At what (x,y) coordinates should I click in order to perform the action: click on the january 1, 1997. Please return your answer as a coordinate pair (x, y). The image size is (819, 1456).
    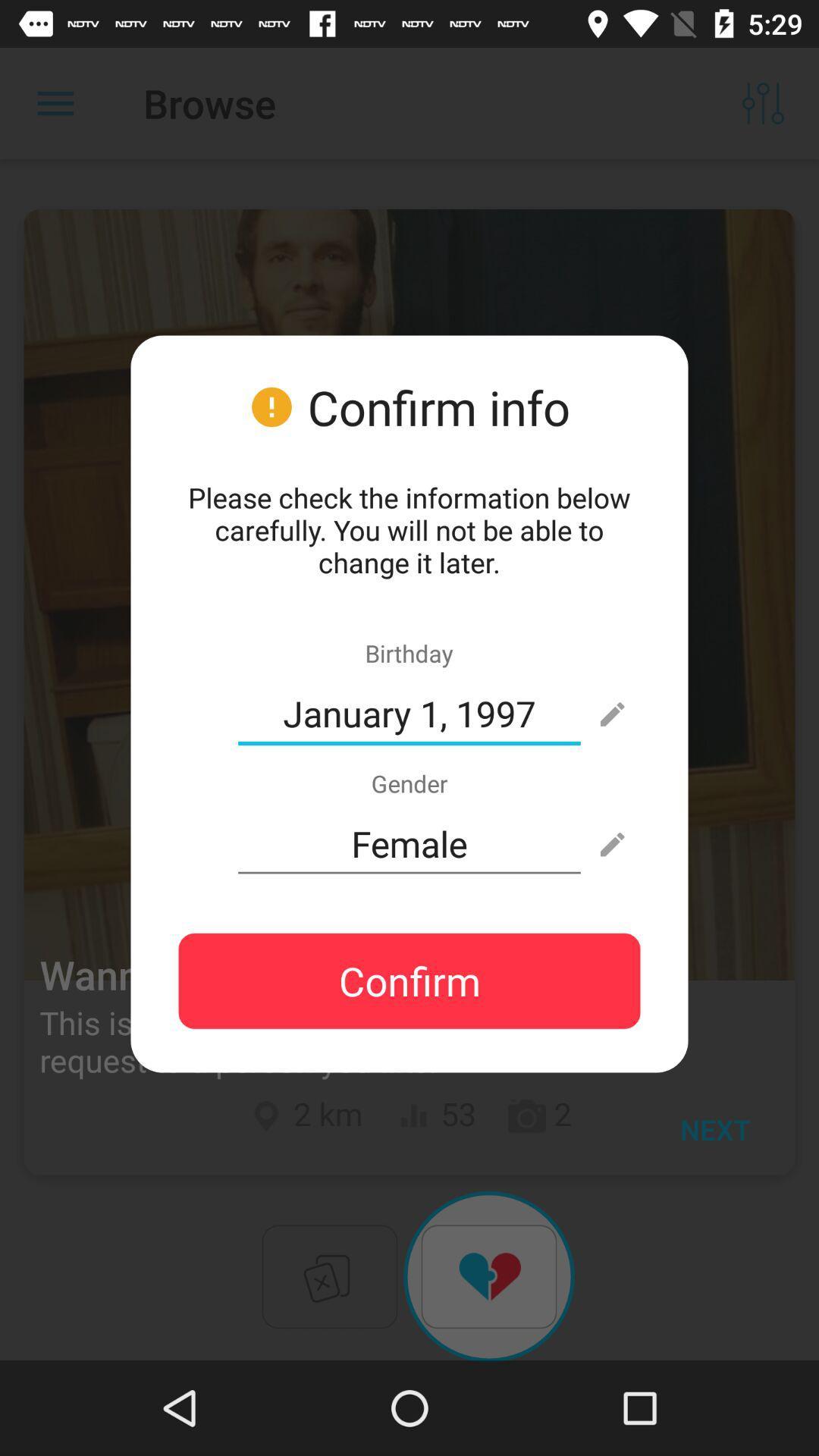
    Looking at the image, I should click on (409, 713).